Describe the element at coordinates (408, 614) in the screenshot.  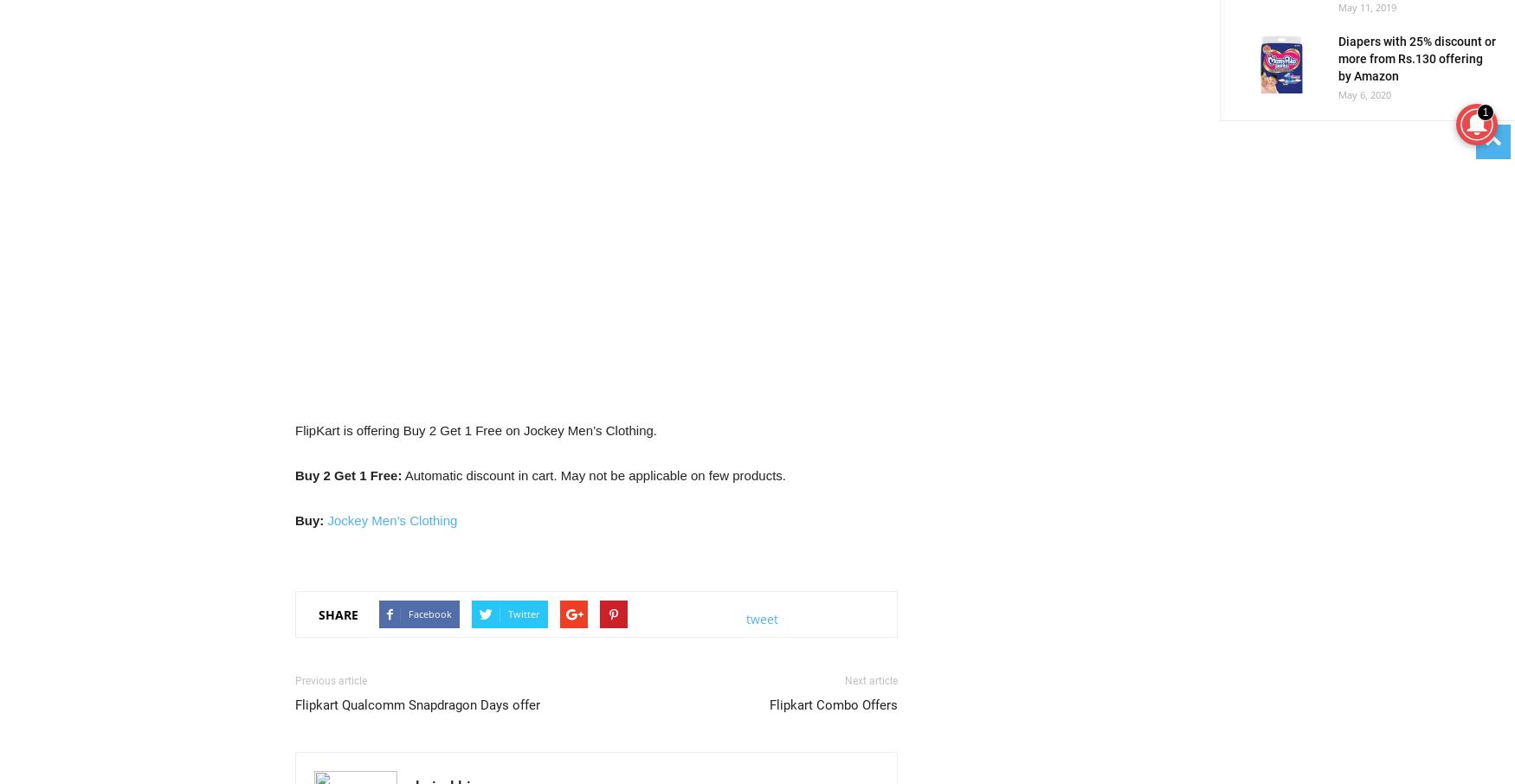
I see `'Facebook'` at that location.